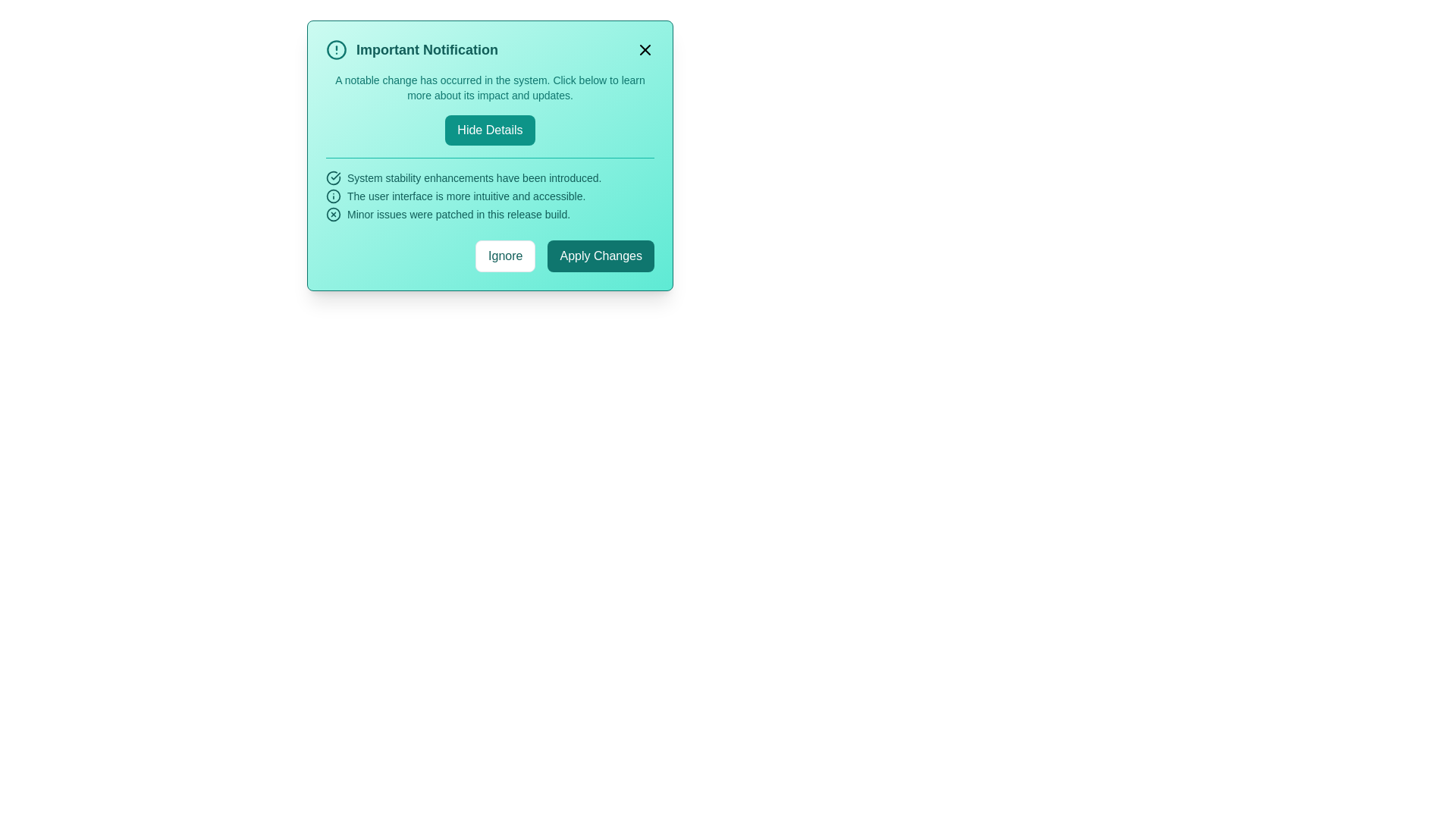 The height and width of the screenshot is (819, 1456). Describe the element at coordinates (490, 189) in the screenshot. I see `detailed information presented in the Informational text block with icons located centrally in the 'Important Notification' modal, just below the 'Hide Details' button` at that location.